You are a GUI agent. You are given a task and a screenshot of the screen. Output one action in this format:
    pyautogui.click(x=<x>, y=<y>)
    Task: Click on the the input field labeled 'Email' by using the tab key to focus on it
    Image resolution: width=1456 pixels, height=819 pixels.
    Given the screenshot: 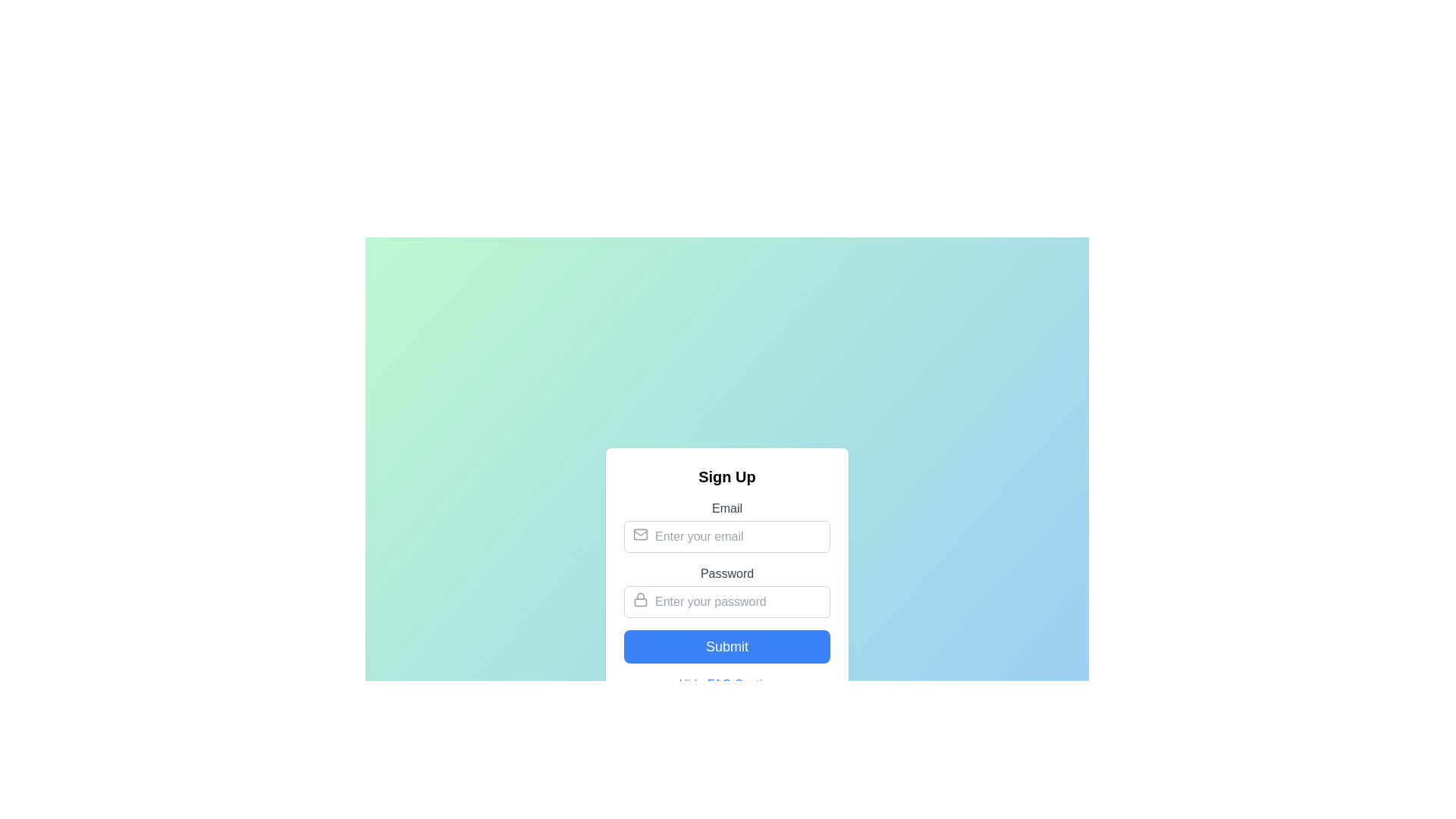 What is the action you would take?
    pyautogui.click(x=726, y=526)
    